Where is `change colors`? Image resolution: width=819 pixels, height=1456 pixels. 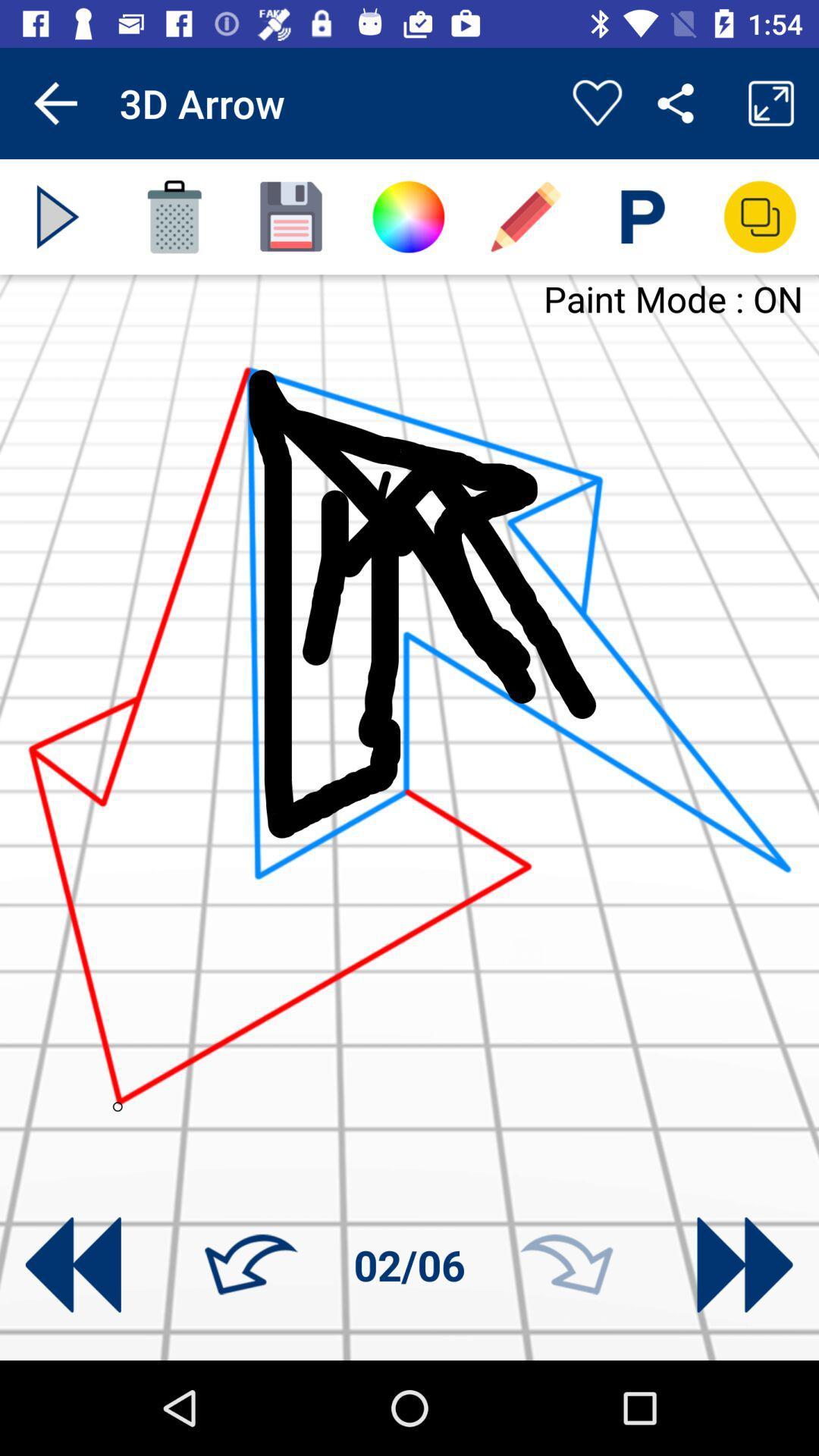
change colors is located at coordinates (407, 216).